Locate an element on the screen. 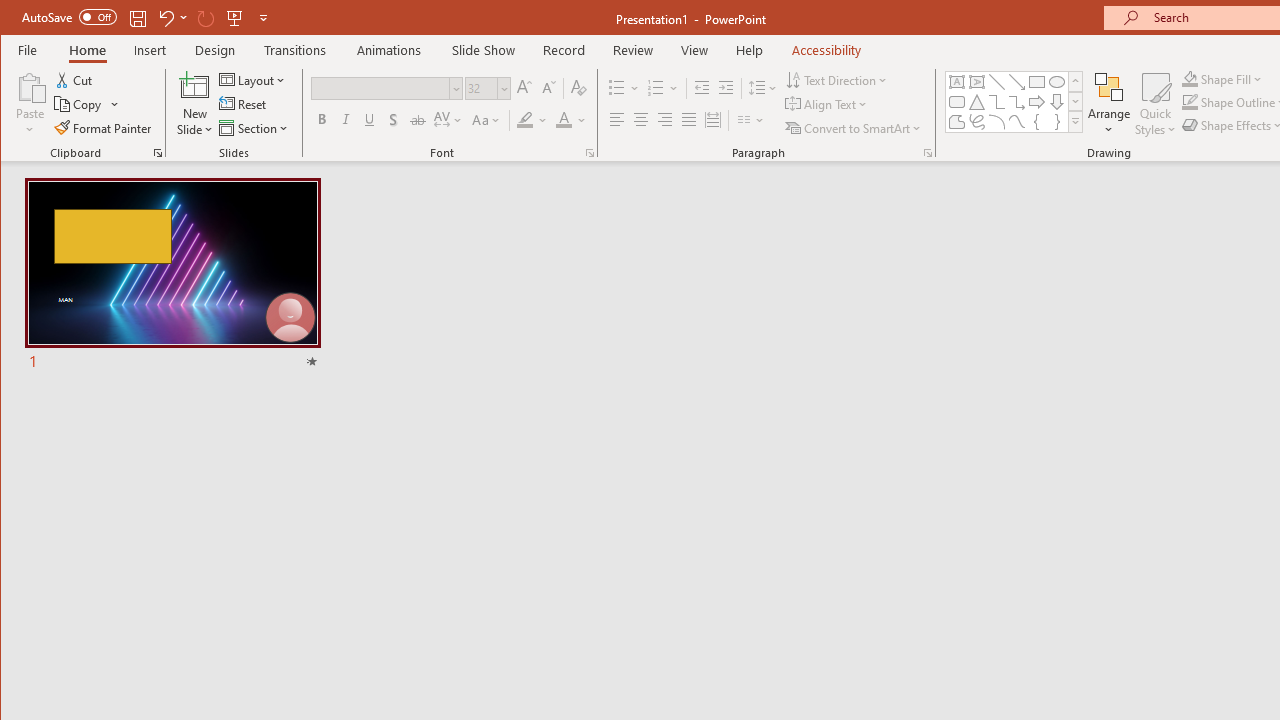 The height and width of the screenshot is (720, 1280). 'Connector: Elbow Arrow' is located at coordinates (1016, 102).